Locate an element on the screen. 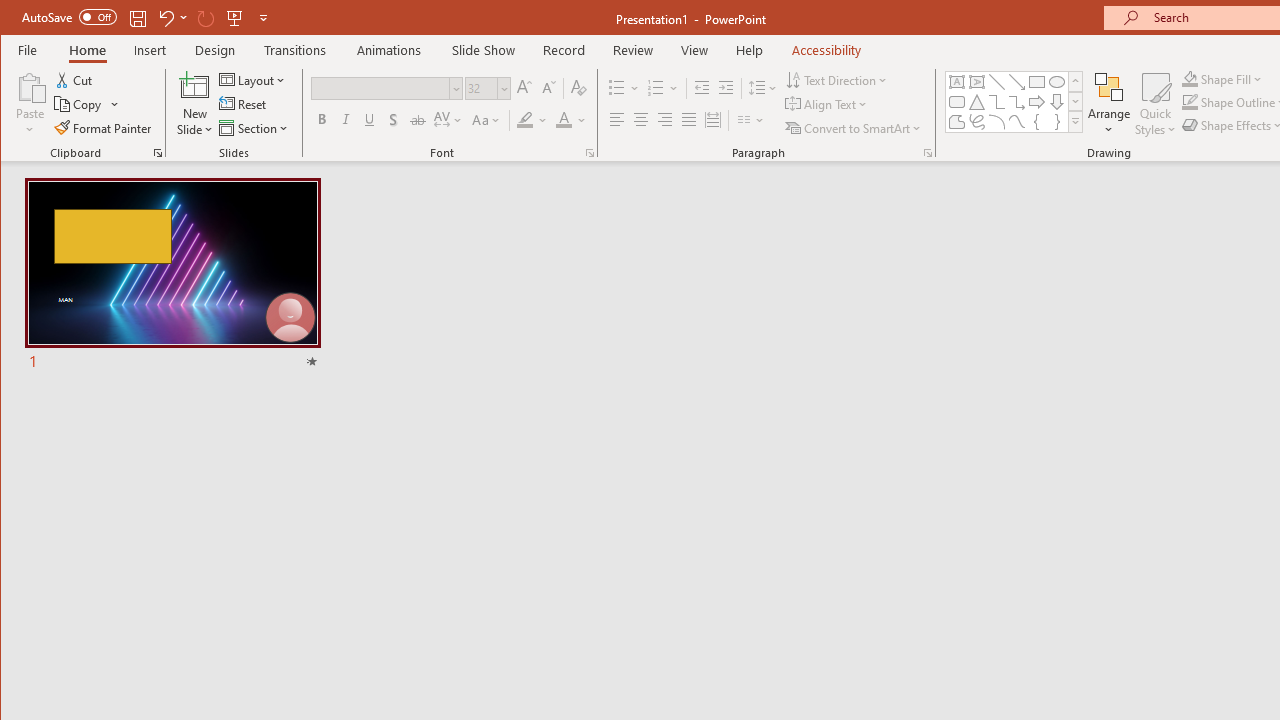 The height and width of the screenshot is (720, 1280). 'Connector: Elbow Arrow' is located at coordinates (1016, 102).